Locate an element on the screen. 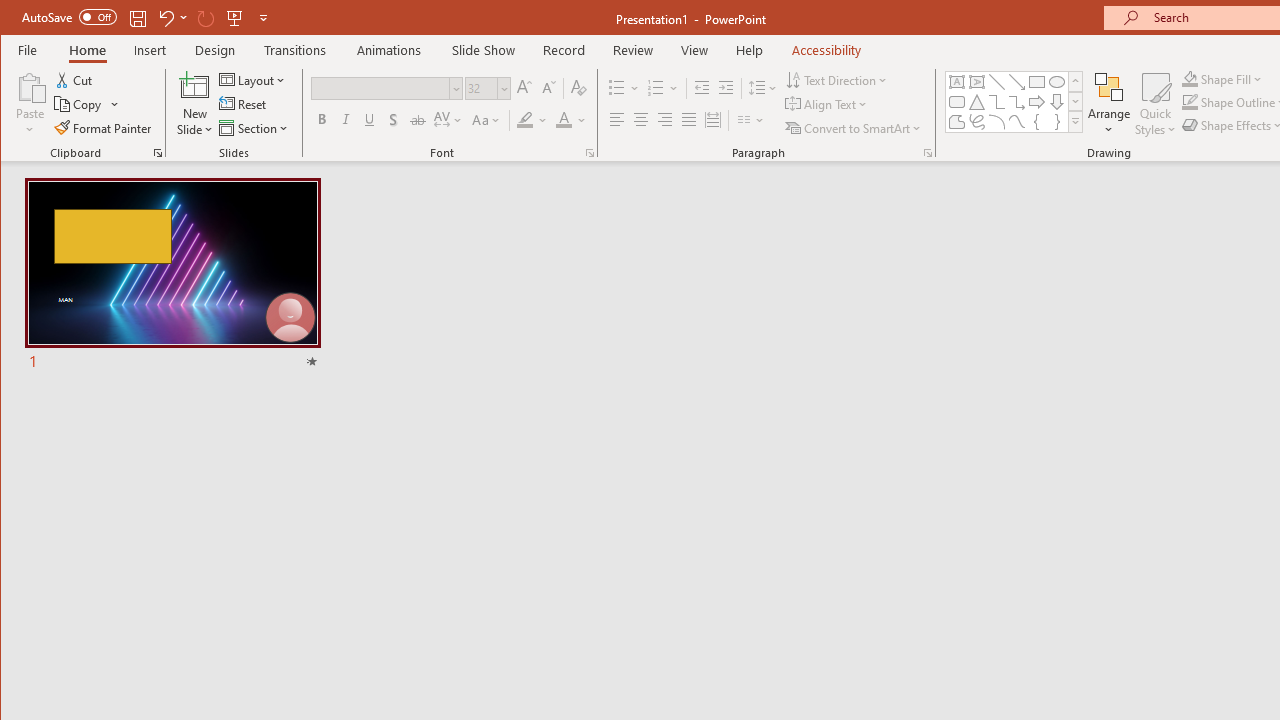 The height and width of the screenshot is (720, 1280). 'Connector: Elbow Arrow' is located at coordinates (1016, 102).